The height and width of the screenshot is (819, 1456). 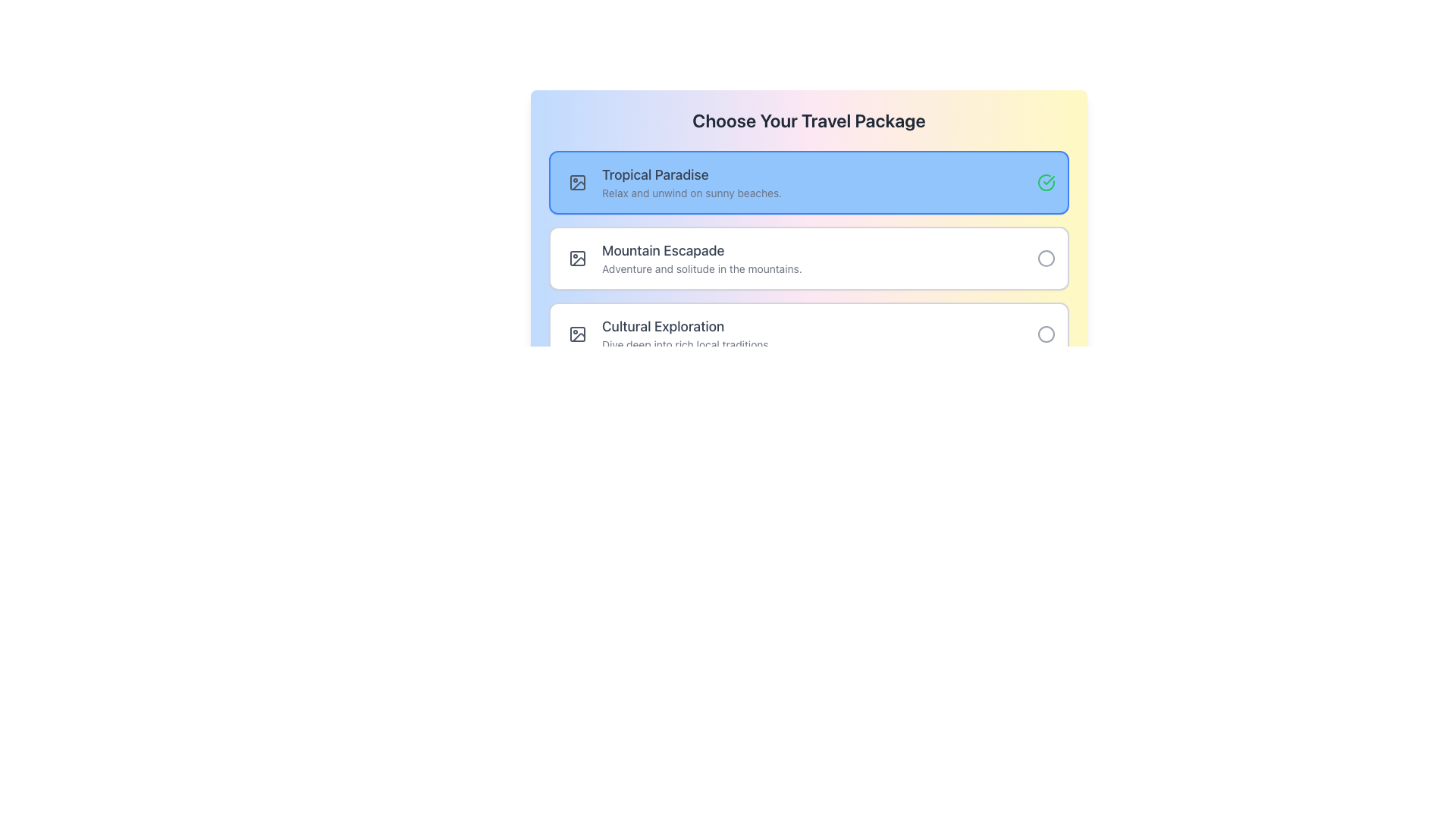 What do you see at coordinates (577, 257) in the screenshot?
I see `the icon representing the 'Mountain Escapade' travel package option` at bounding box center [577, 257].